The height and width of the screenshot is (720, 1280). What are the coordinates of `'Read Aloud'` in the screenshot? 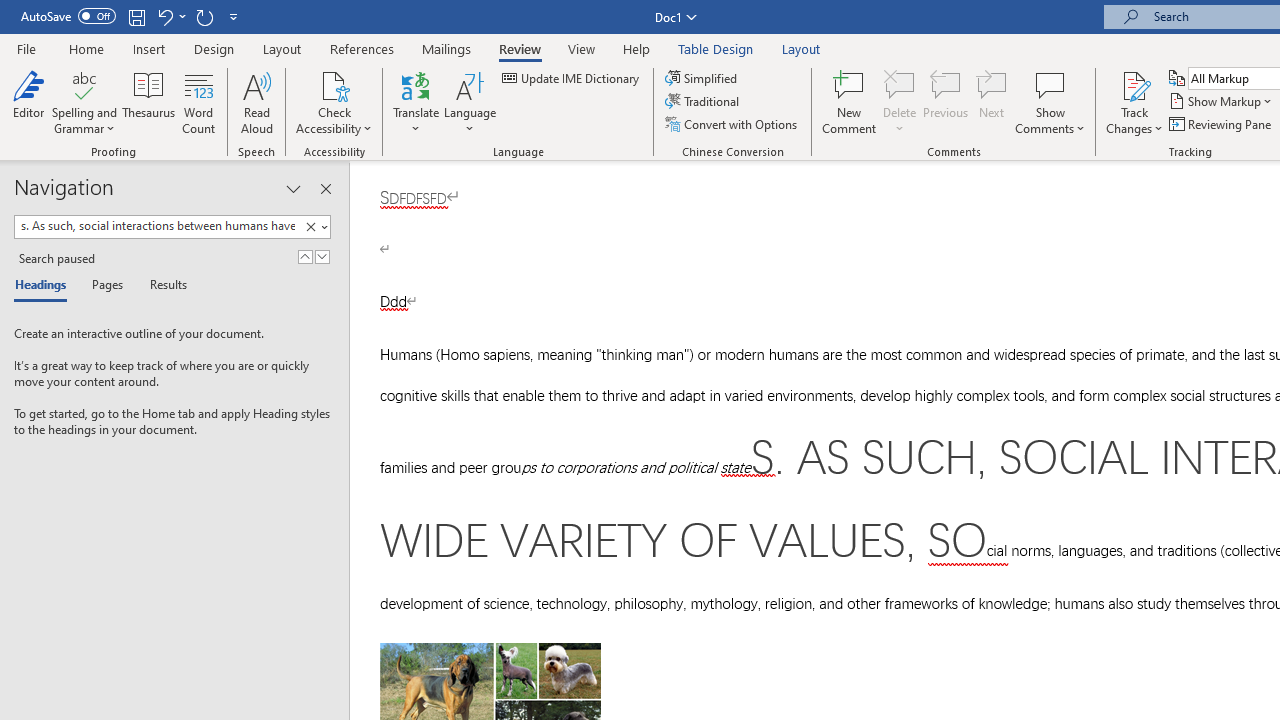 It's located at (255, 103).